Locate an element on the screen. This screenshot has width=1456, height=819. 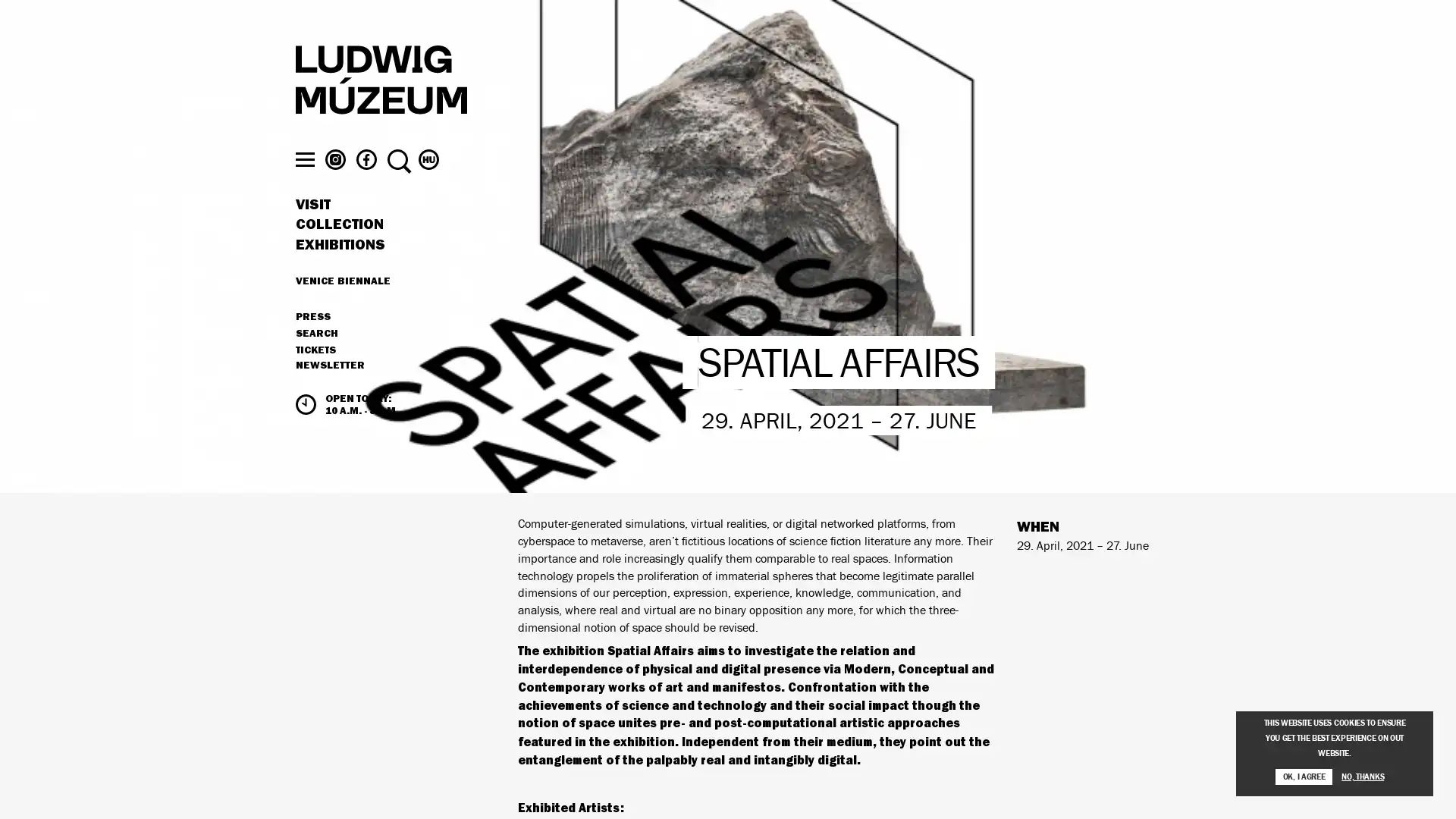
OK, I AGREE is located at coordinates (1302, 777).